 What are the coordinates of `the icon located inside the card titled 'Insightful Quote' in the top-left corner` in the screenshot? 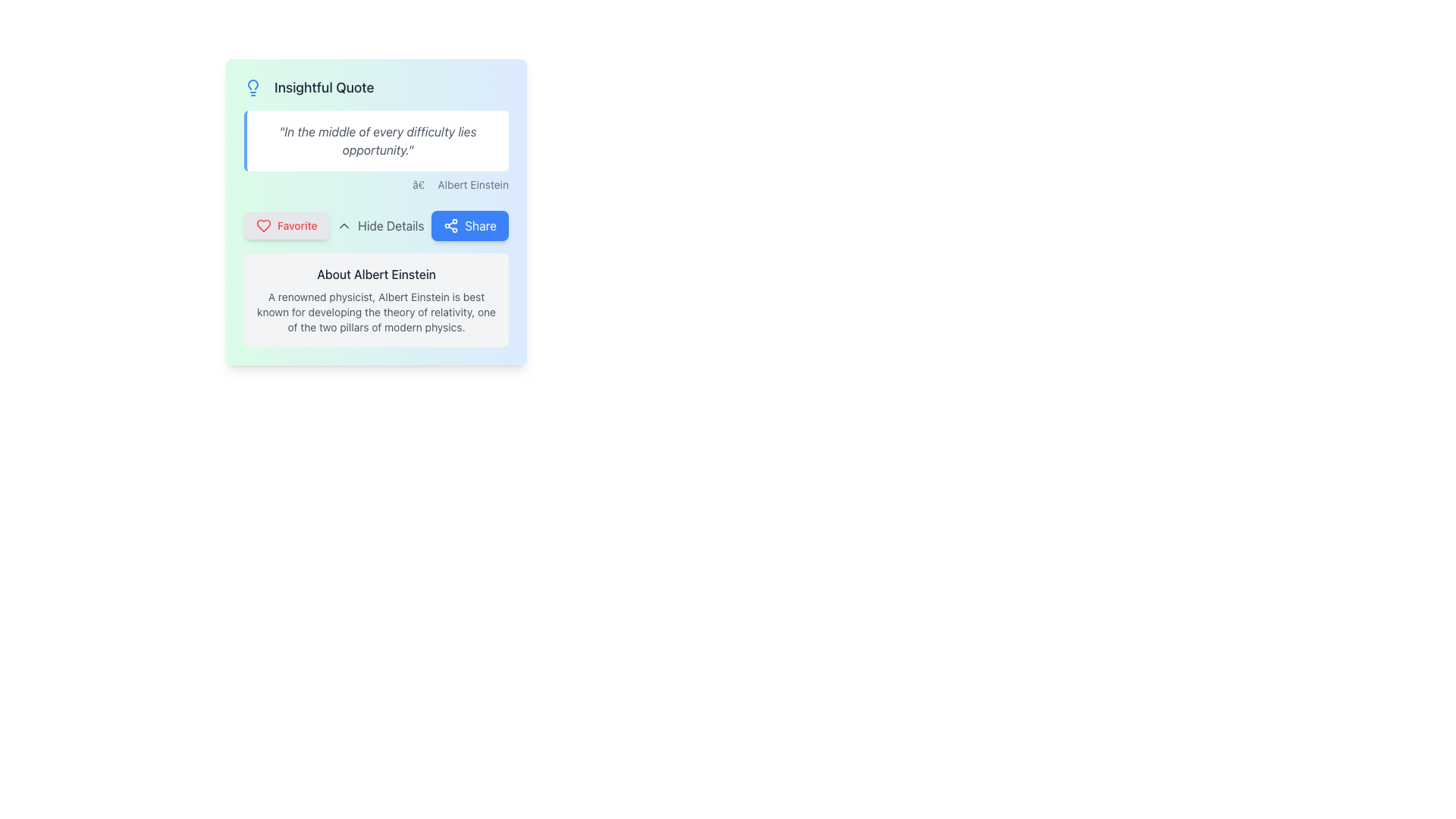 It's located at (253, 87).